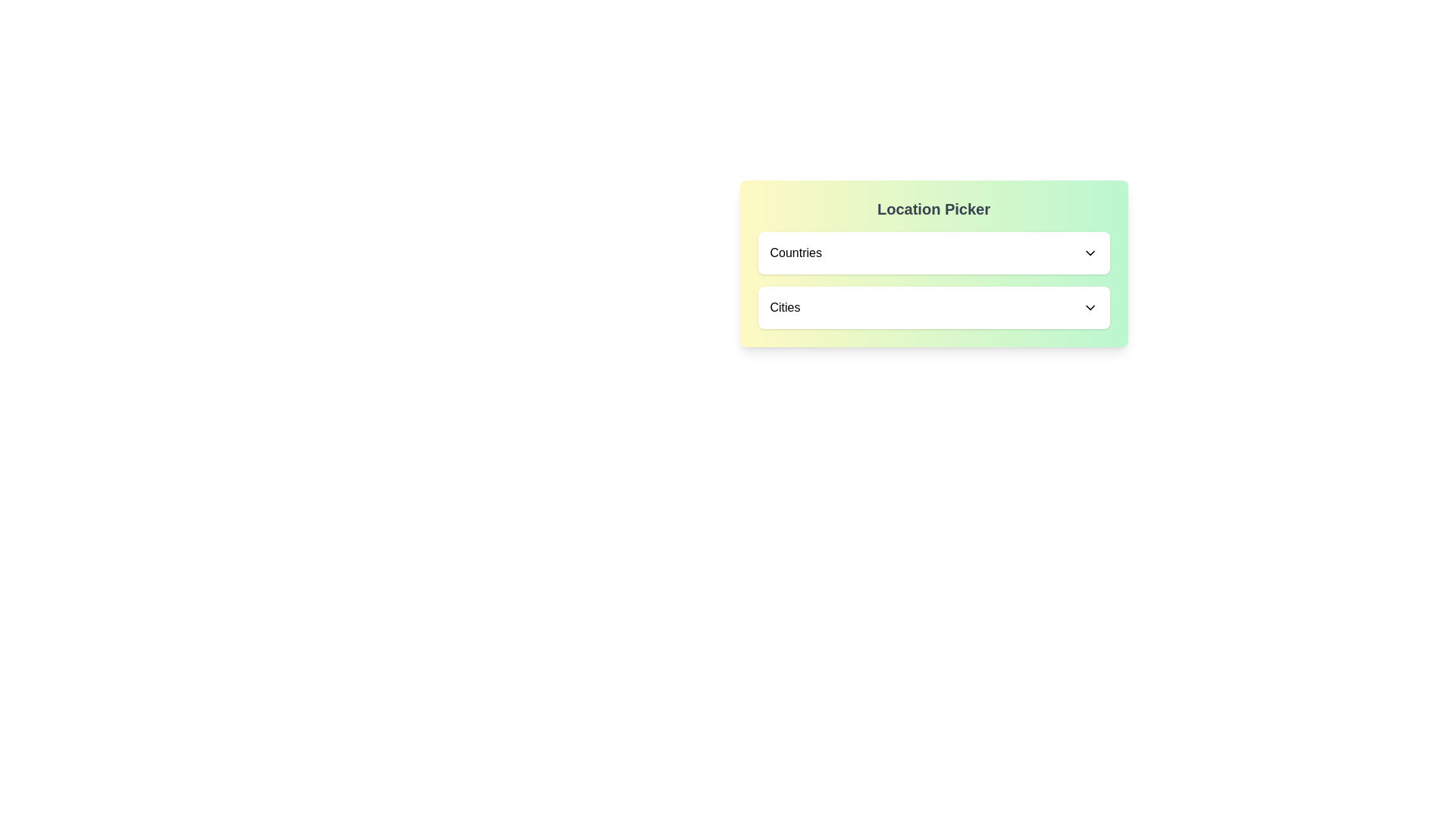 This screenshot has height=819, width=1456. I want to click on the dropdown menu for selecting cities, located below the 'Countries' box, so click(933, 307).